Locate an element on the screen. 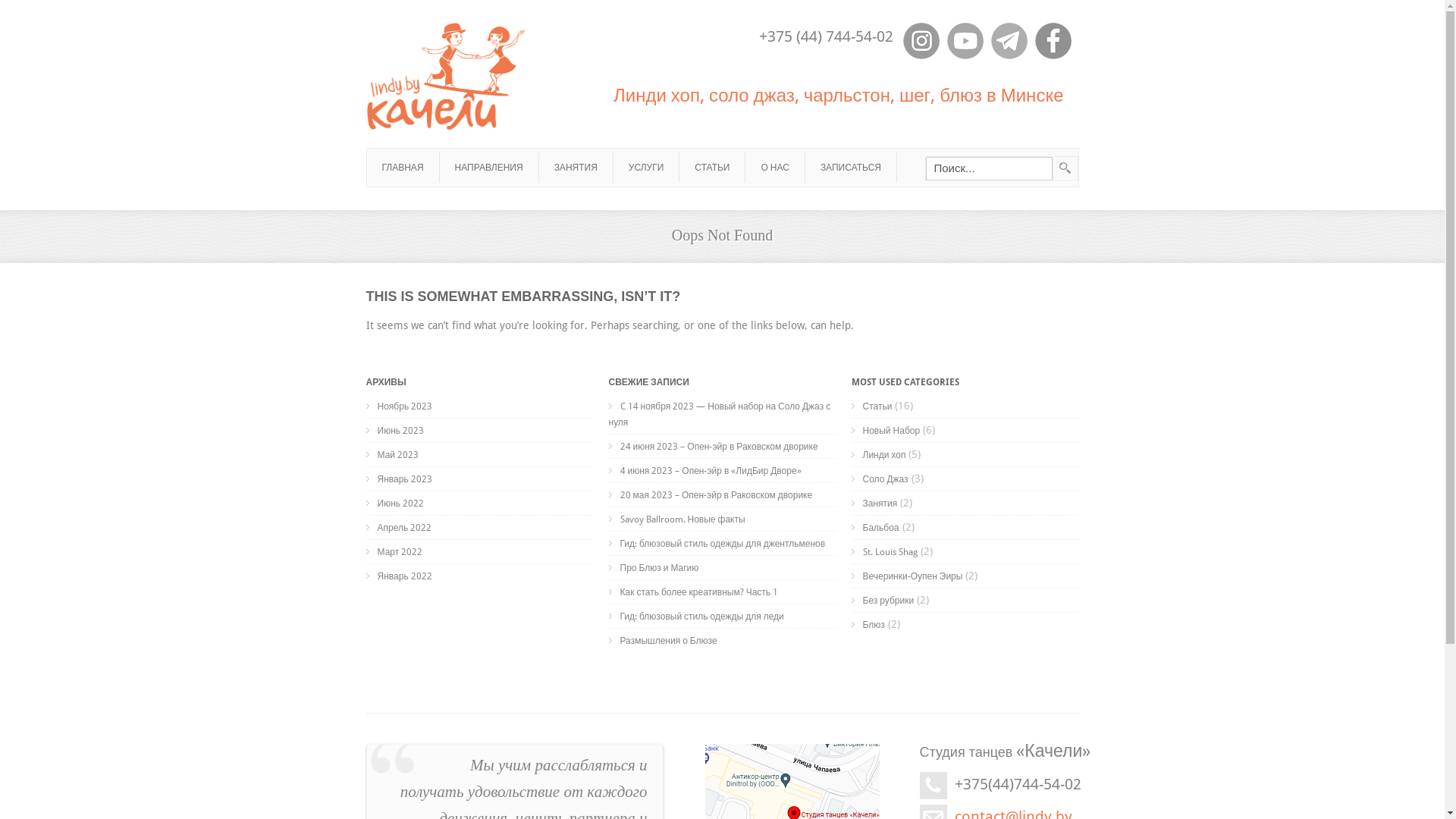 This screenshot has height=819, width=1456. 'youtube' is located at coordinates (964, 40).